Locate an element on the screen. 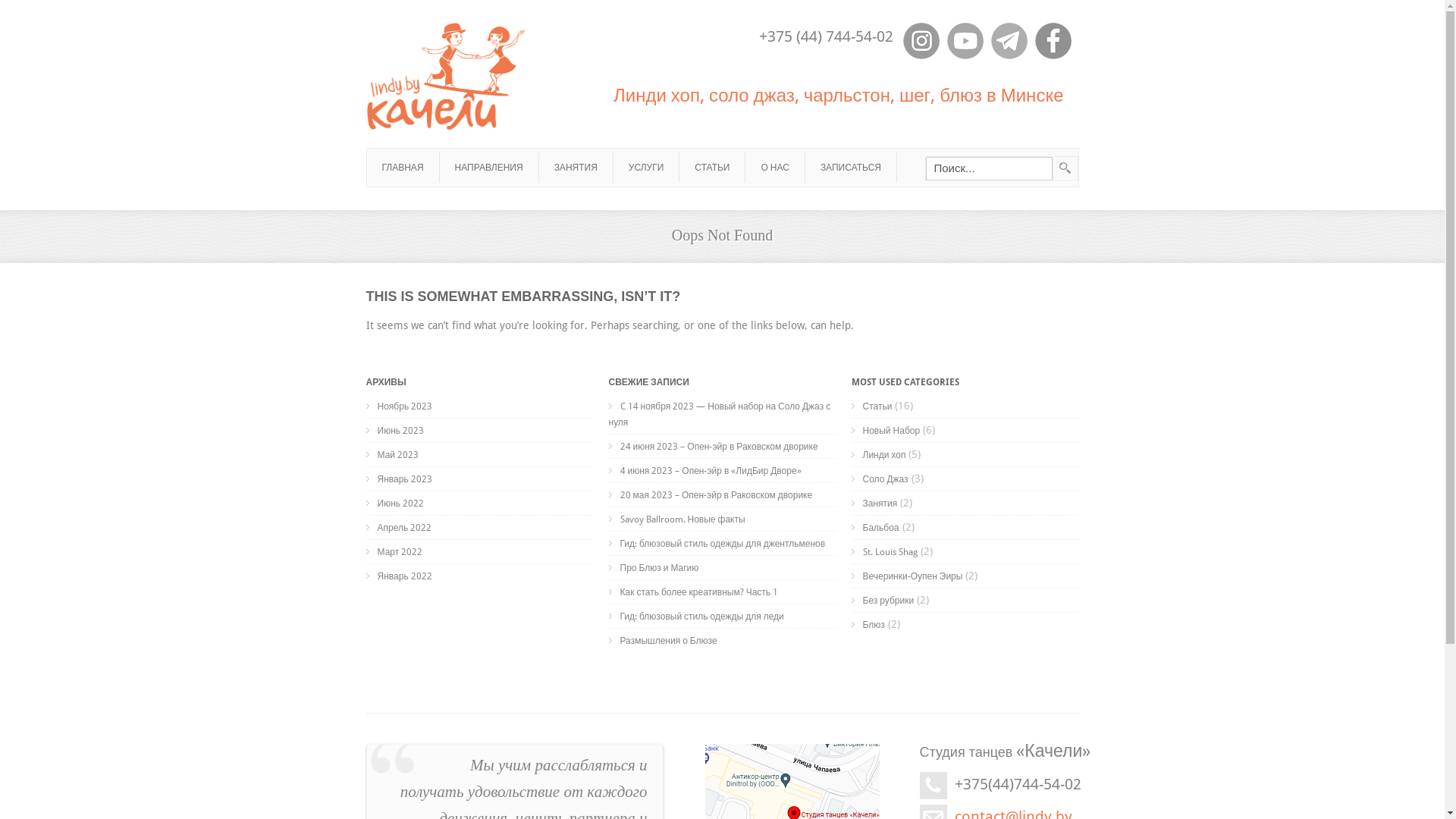 This screenshot has height=819, width=1456. 'youtube' is located at coordinates (964, 40).